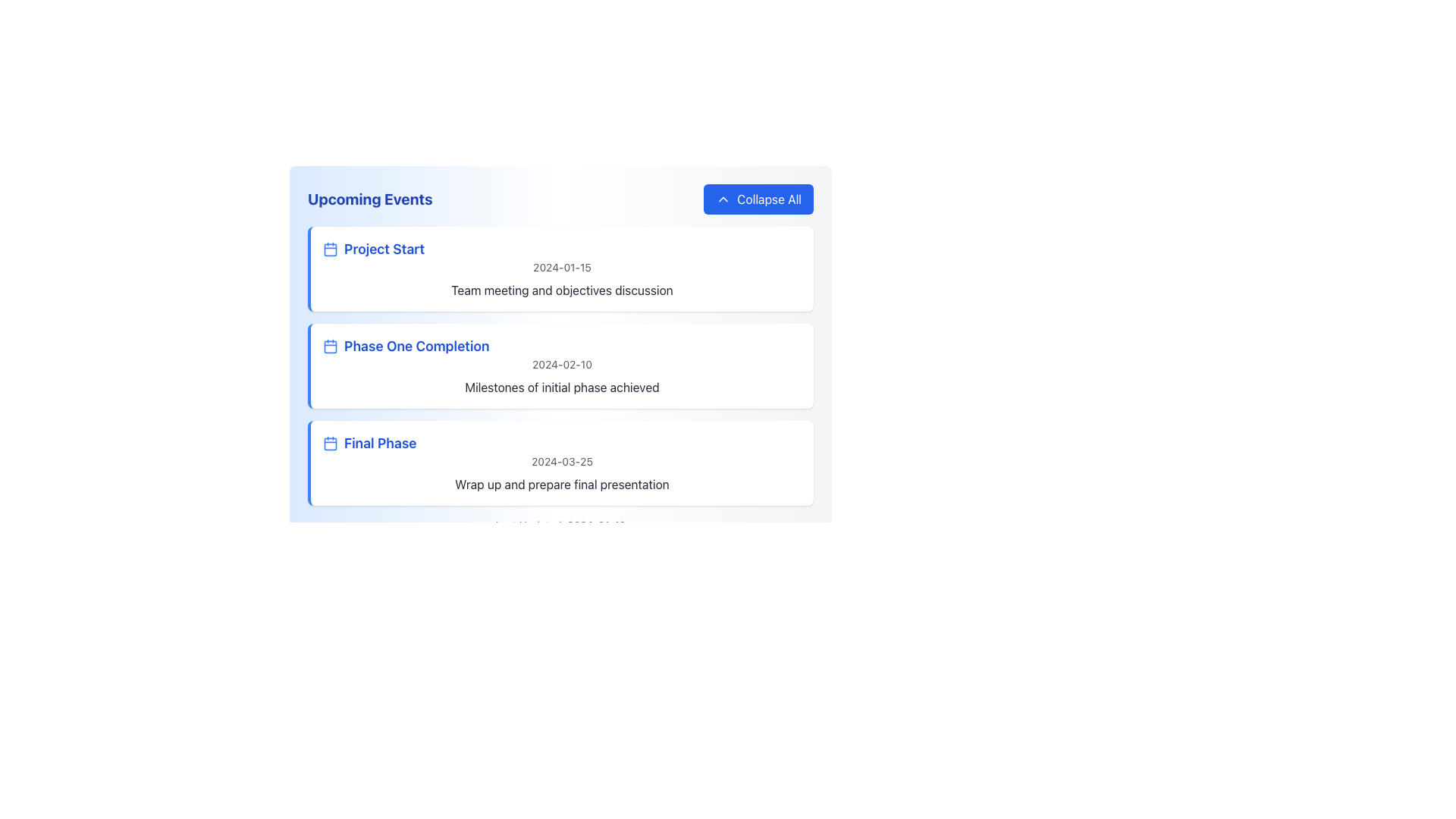 The width and height of the screenshot is (1456, 819). Describe the element at coordinates (723, 198) in the screenshot. I see `the upward-pointing chevron icon located to the left of the 'Collapse All' text on the blue button in the top-right corner of the interface` at that location.